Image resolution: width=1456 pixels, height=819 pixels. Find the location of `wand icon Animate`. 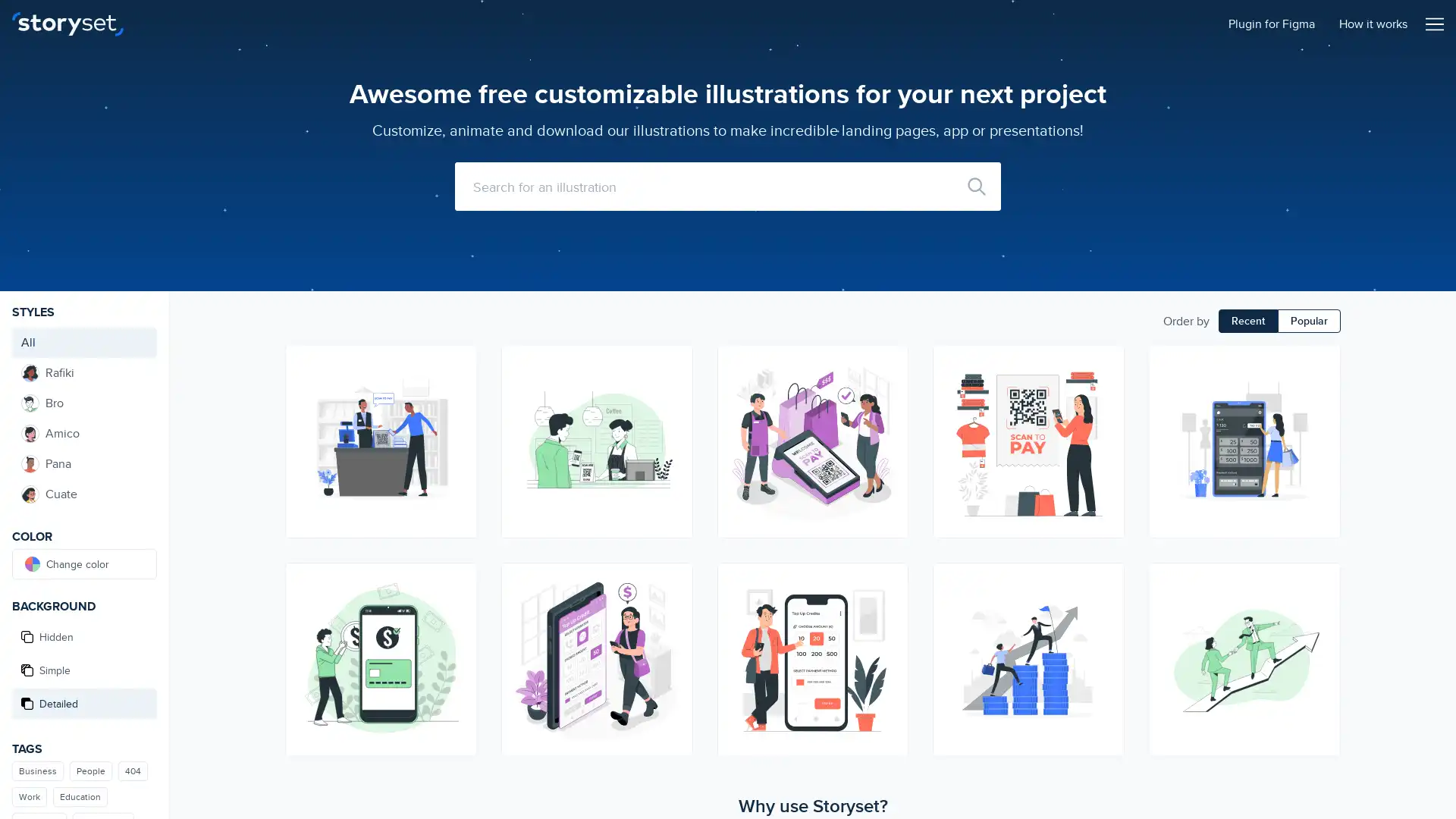

wand icon Animate is located at coordinates (673, 580).